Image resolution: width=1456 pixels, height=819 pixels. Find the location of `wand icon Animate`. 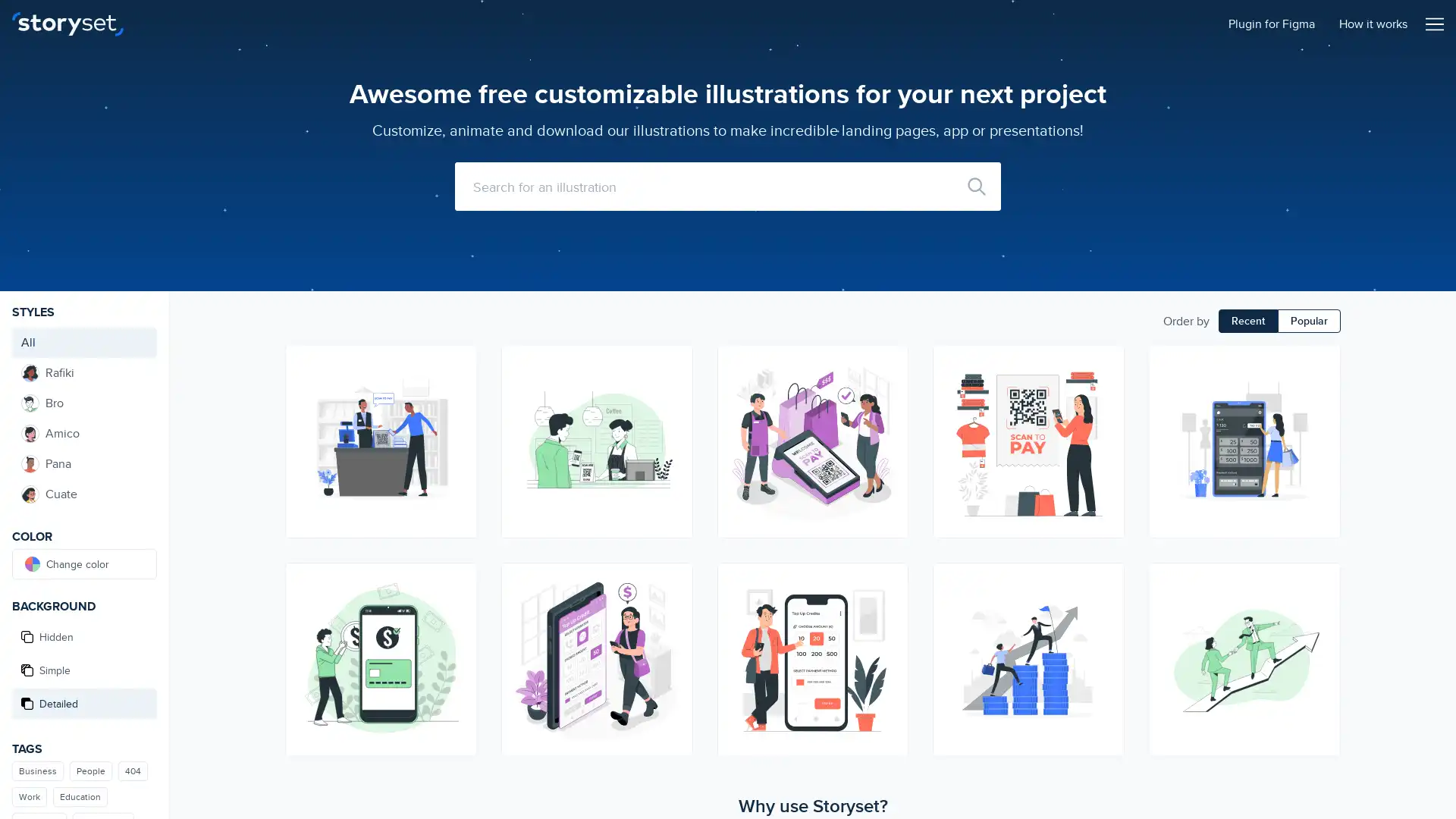

wand icon Animate is located at coordinates (673, 580).